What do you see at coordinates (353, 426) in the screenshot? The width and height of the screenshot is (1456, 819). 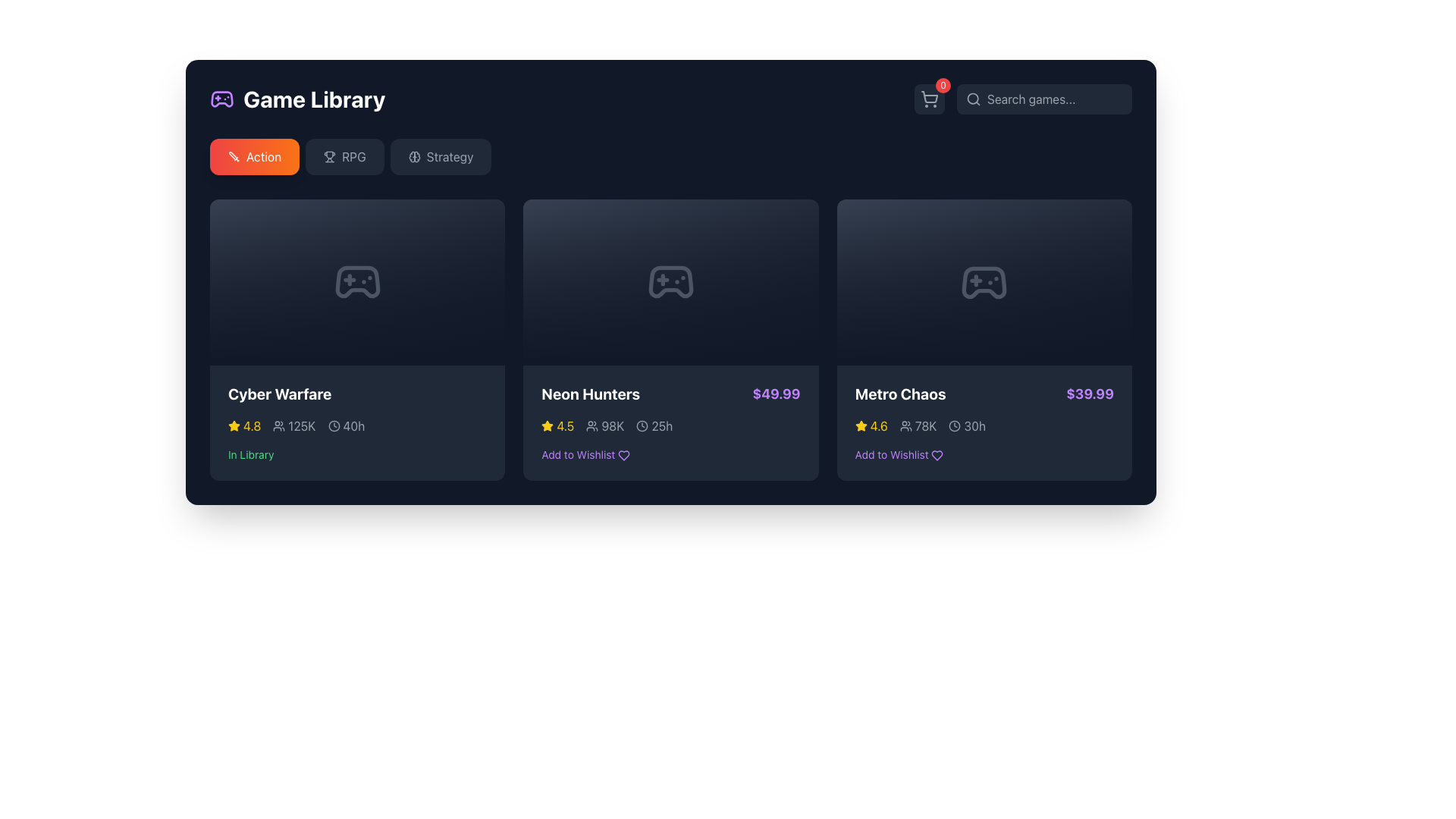 I see `the information displayed in the Text Label indicating the approximate duration of gameplay, located in the first game card to the right of the clock icon and below the numerical rating and user count` at bounding box center [353, 426].